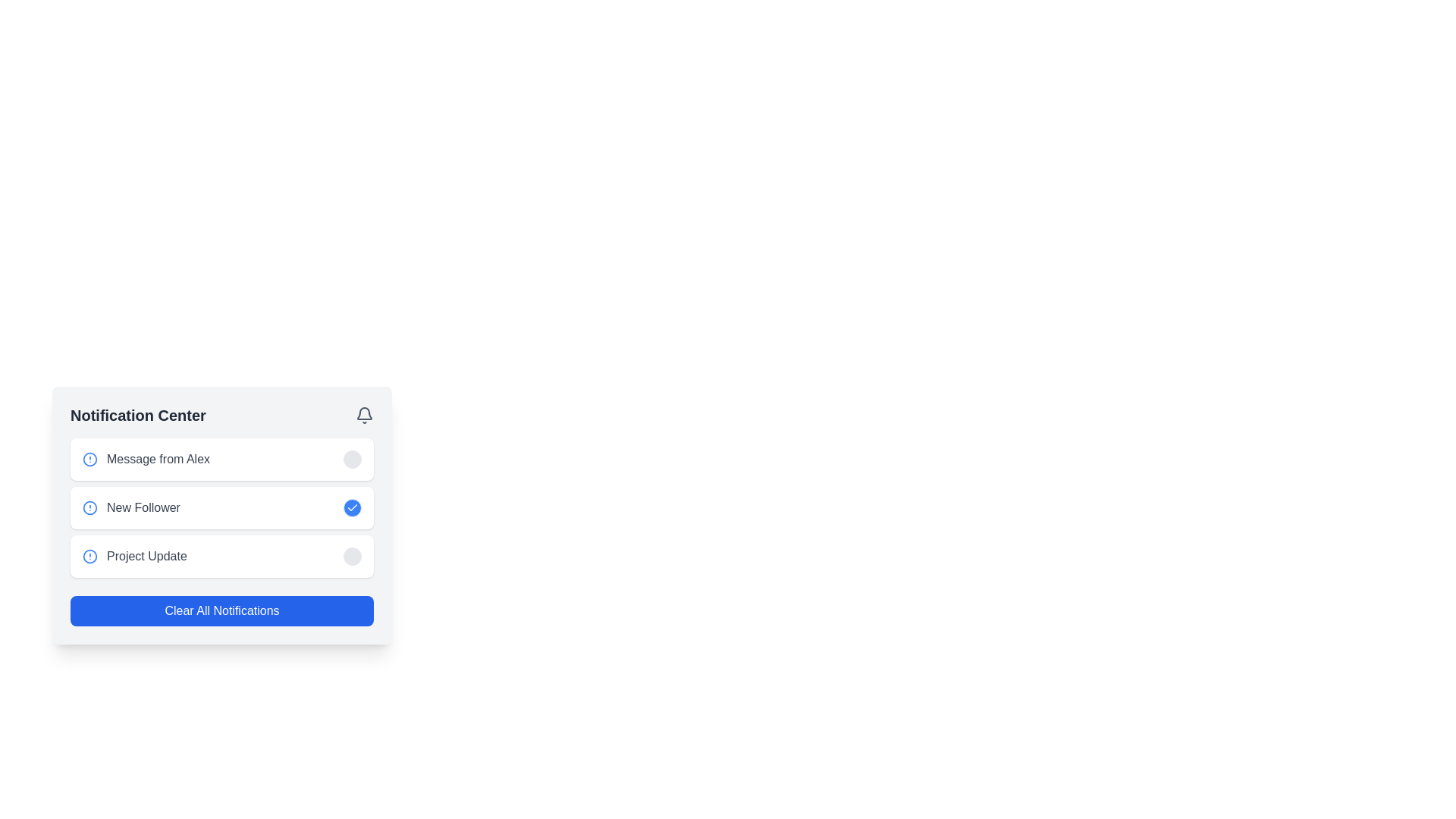  What do you see at coordinates (158, 458) in the screenshot?
I see `the text label styled with a gray font containing the text 'Message from Alex', located in the first notification item to the left of a circular icon` at bounding box center [158, 458].